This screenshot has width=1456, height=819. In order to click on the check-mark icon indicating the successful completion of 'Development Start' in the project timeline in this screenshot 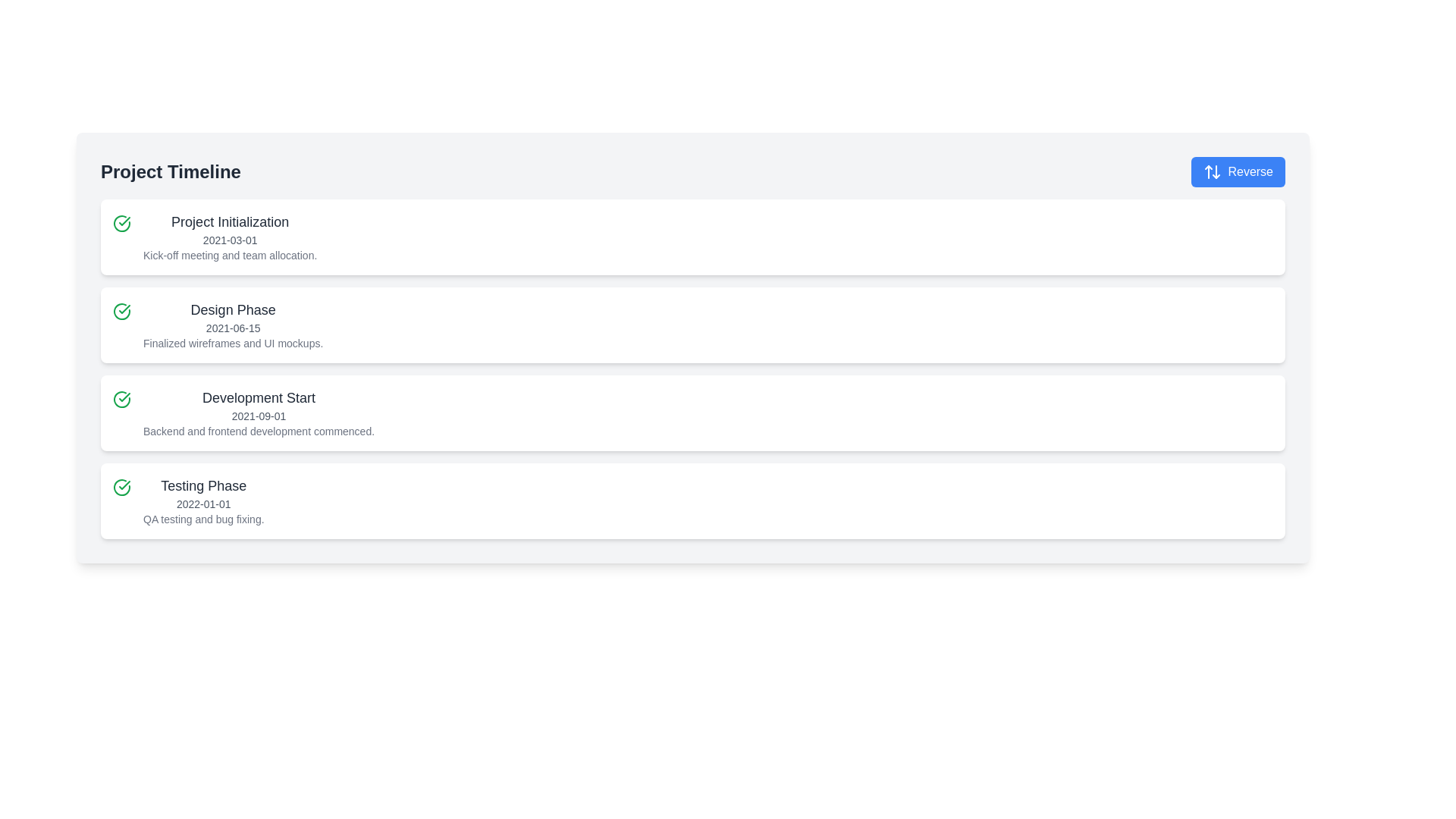, I will do `click(124, 485)`.